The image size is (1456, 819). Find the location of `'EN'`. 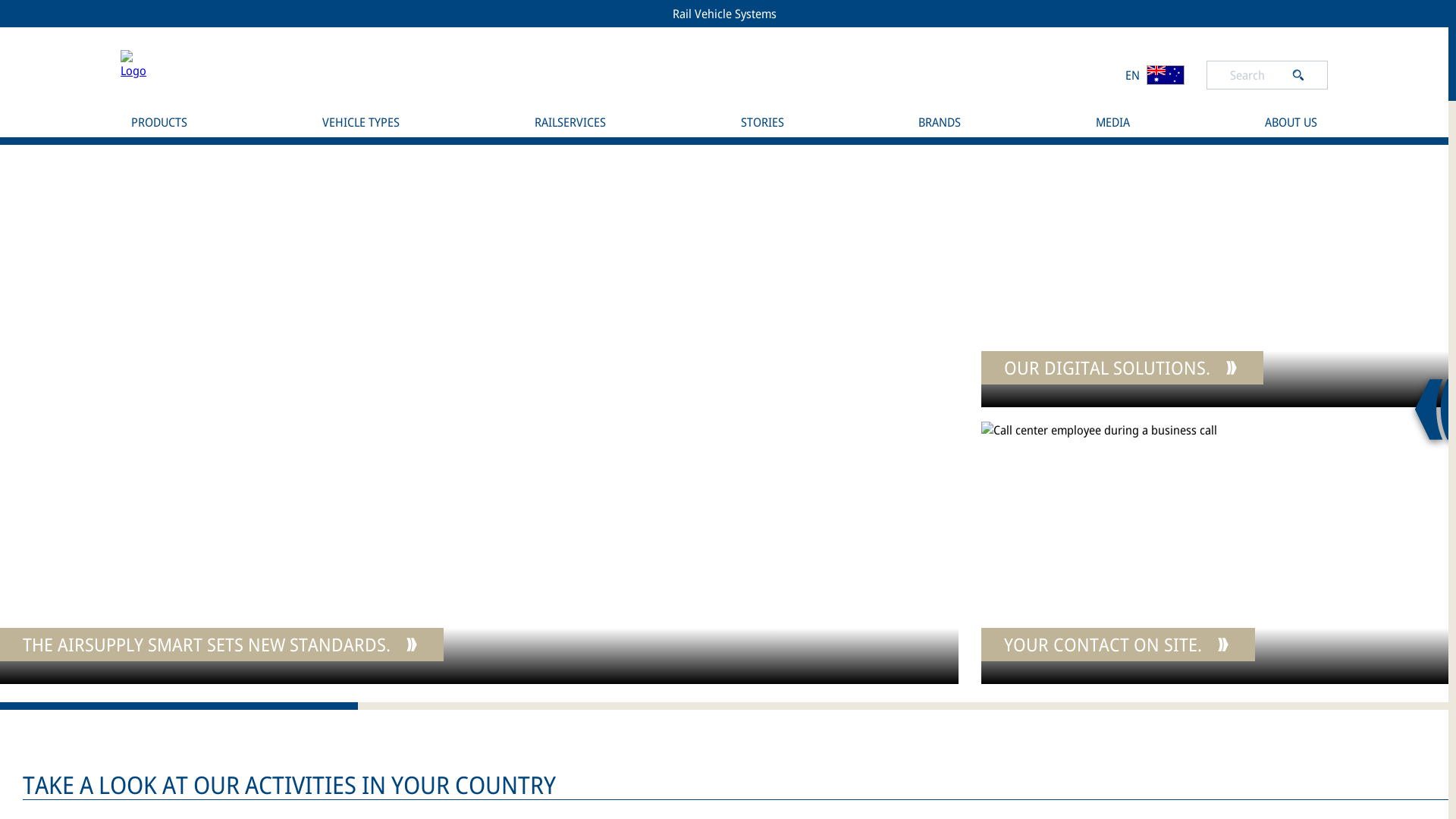

'EN' is located at coordinates (1153, 74).